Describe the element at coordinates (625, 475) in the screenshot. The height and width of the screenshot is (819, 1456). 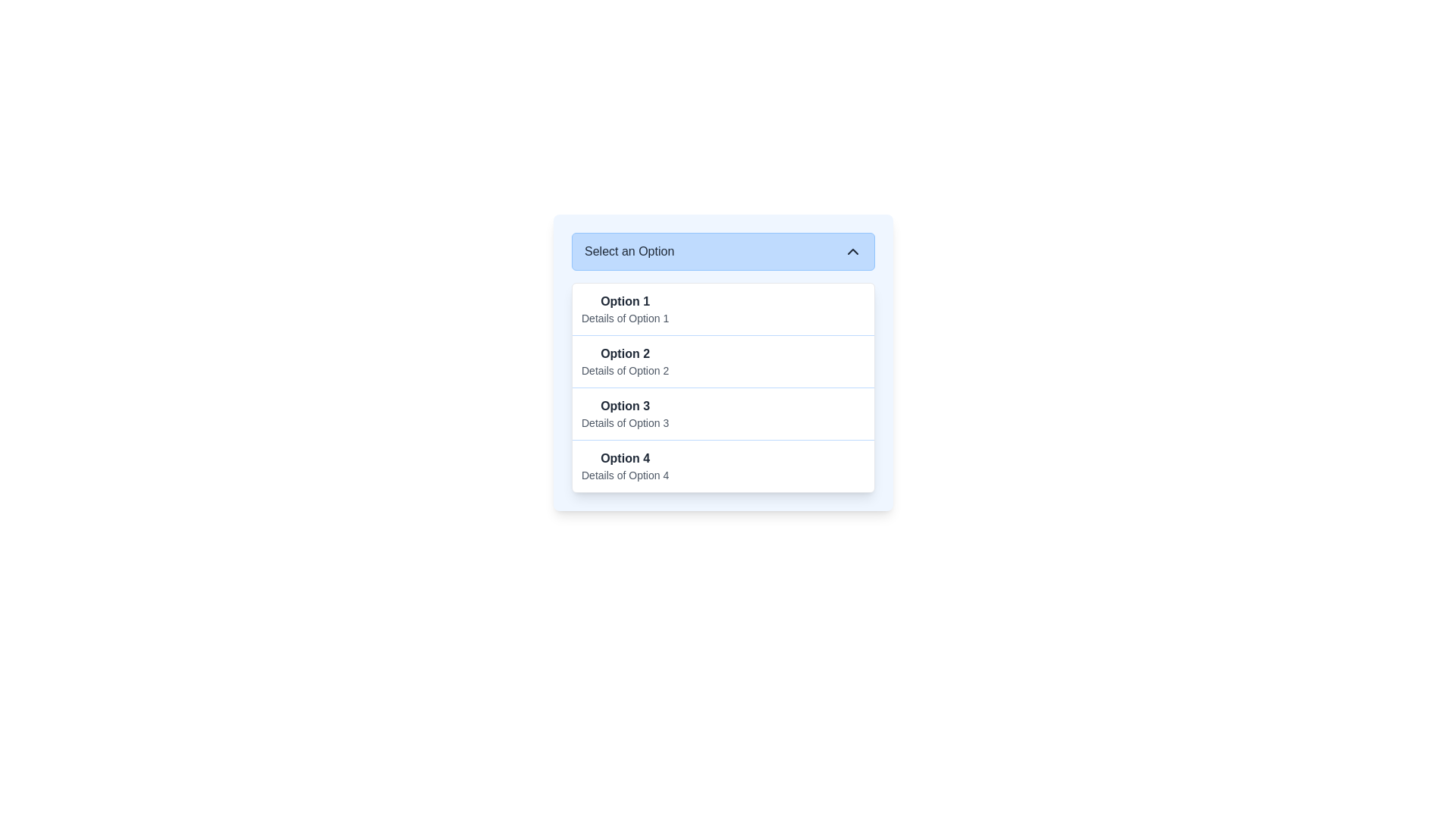
I see `the non-interactive text label providing additional information for 'Option 4' located in the dropdown menu` at that location.